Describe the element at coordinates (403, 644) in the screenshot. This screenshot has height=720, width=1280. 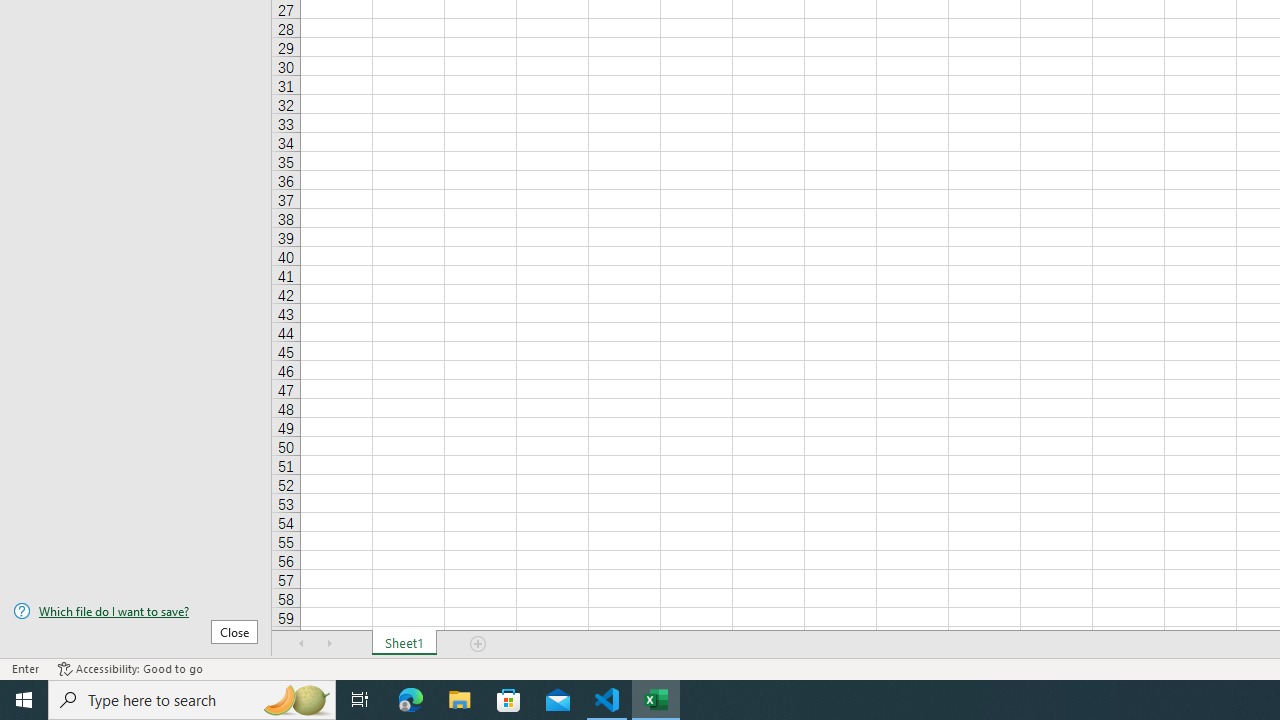
I see `'Sheet1'` at that location.